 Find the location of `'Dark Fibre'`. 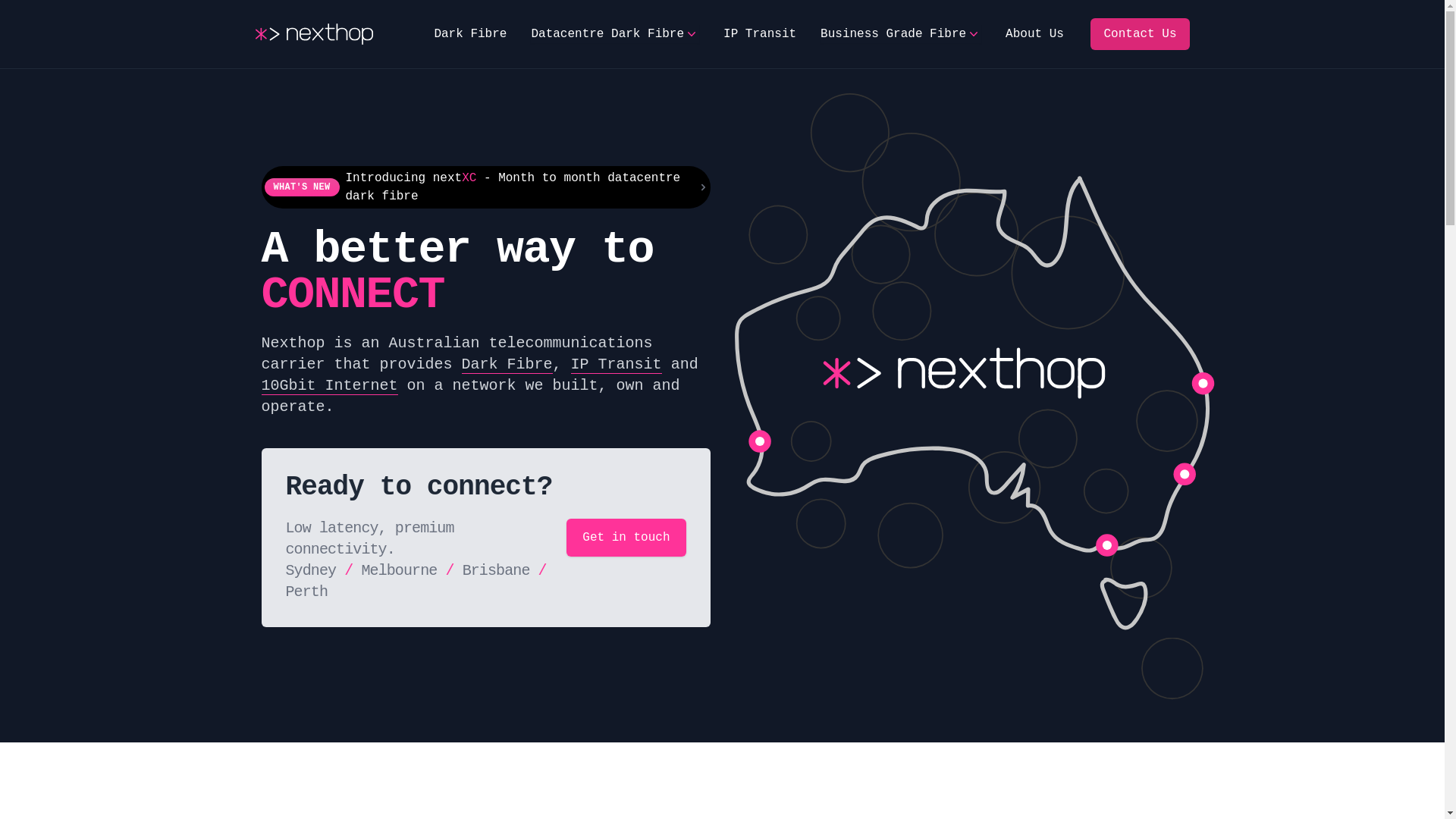

'Dark Fibre' is located at coordinates (507, 365).